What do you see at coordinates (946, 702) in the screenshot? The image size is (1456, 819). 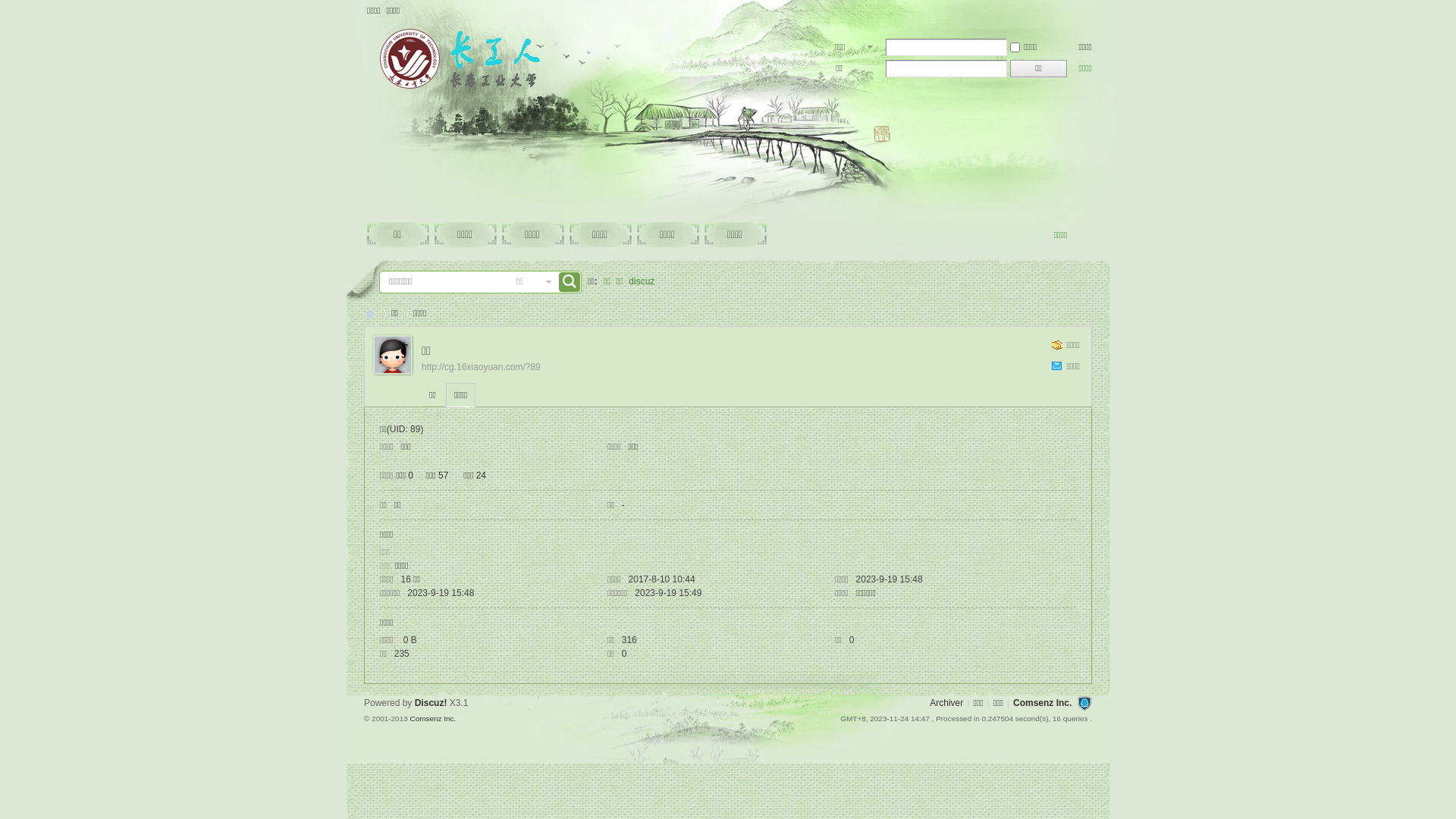 I see `'Archiver'` at bounding box center [946, 702].